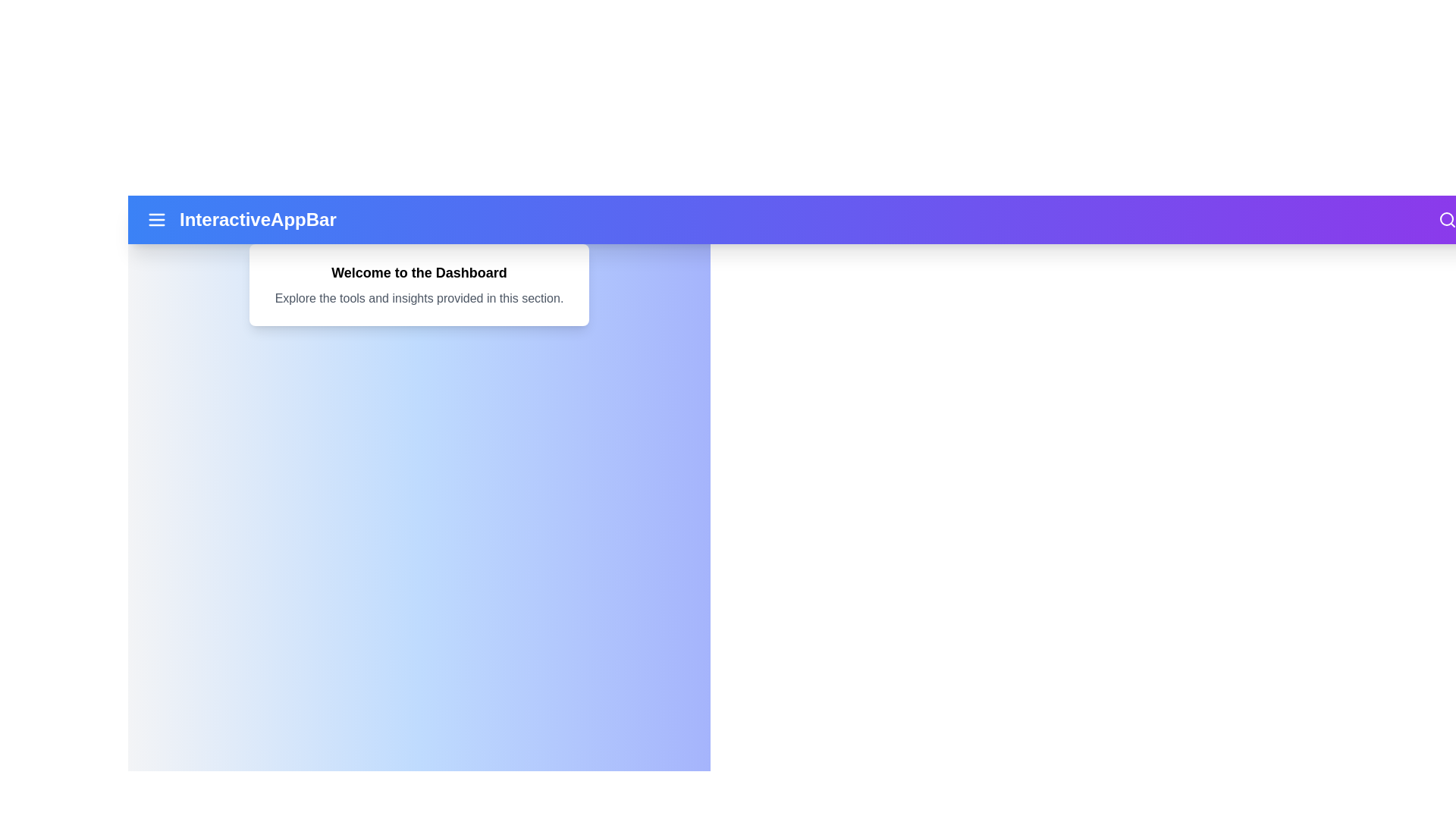  What do you see at coordinates (419, 604) in the screenshot?
I see `the empty space in the background gradient to simulate interaction` at bounding box center [419, 604].